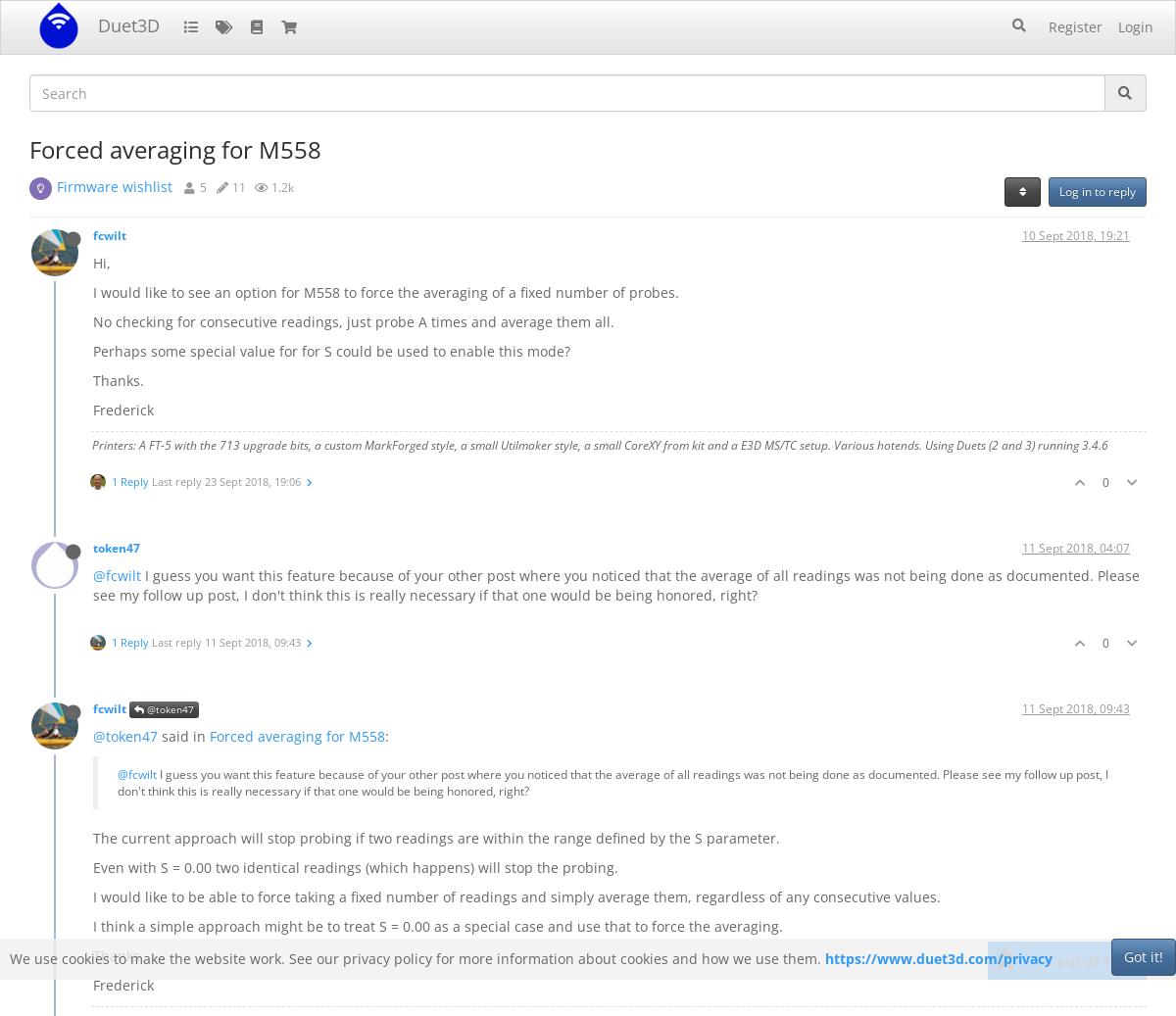 This screenshot has height=1016, width=1176. What do you see at coordinates (600, 444) in the screenshot?
I see `'Printers: A FT-5 with the 713 upgrade bits, a custom MarkForged style, a small Utilmaker style, a small CoreXY from kit and a E3D MS/TC setup. Various hotends. Using Duets (2 and 3) running 3.4.6'` at bounding box center [600, 444].